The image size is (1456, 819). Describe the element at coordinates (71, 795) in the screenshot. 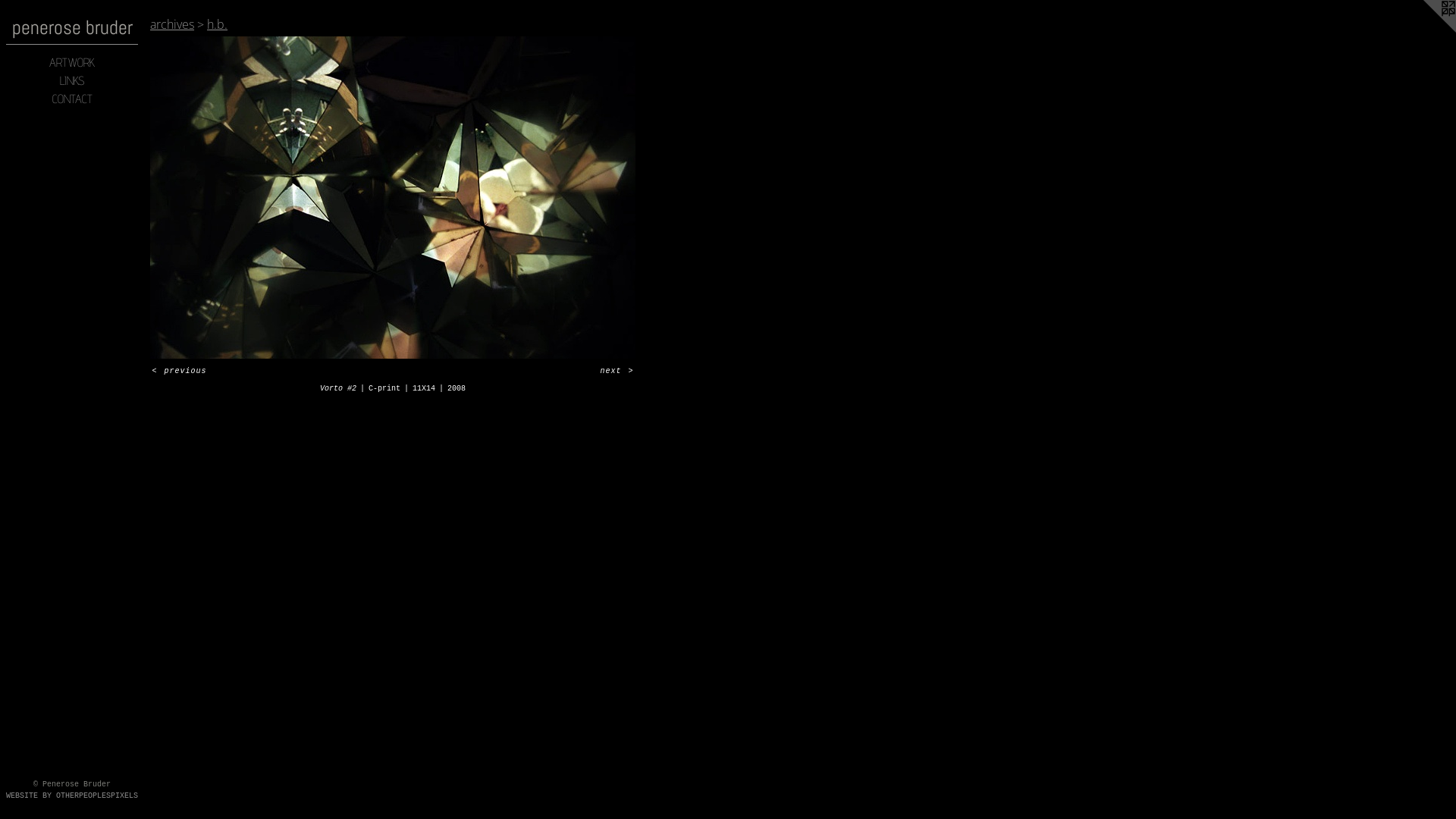

I see `'WEBSITE BY OTHERPEOPLESPIXELS'` at that location.